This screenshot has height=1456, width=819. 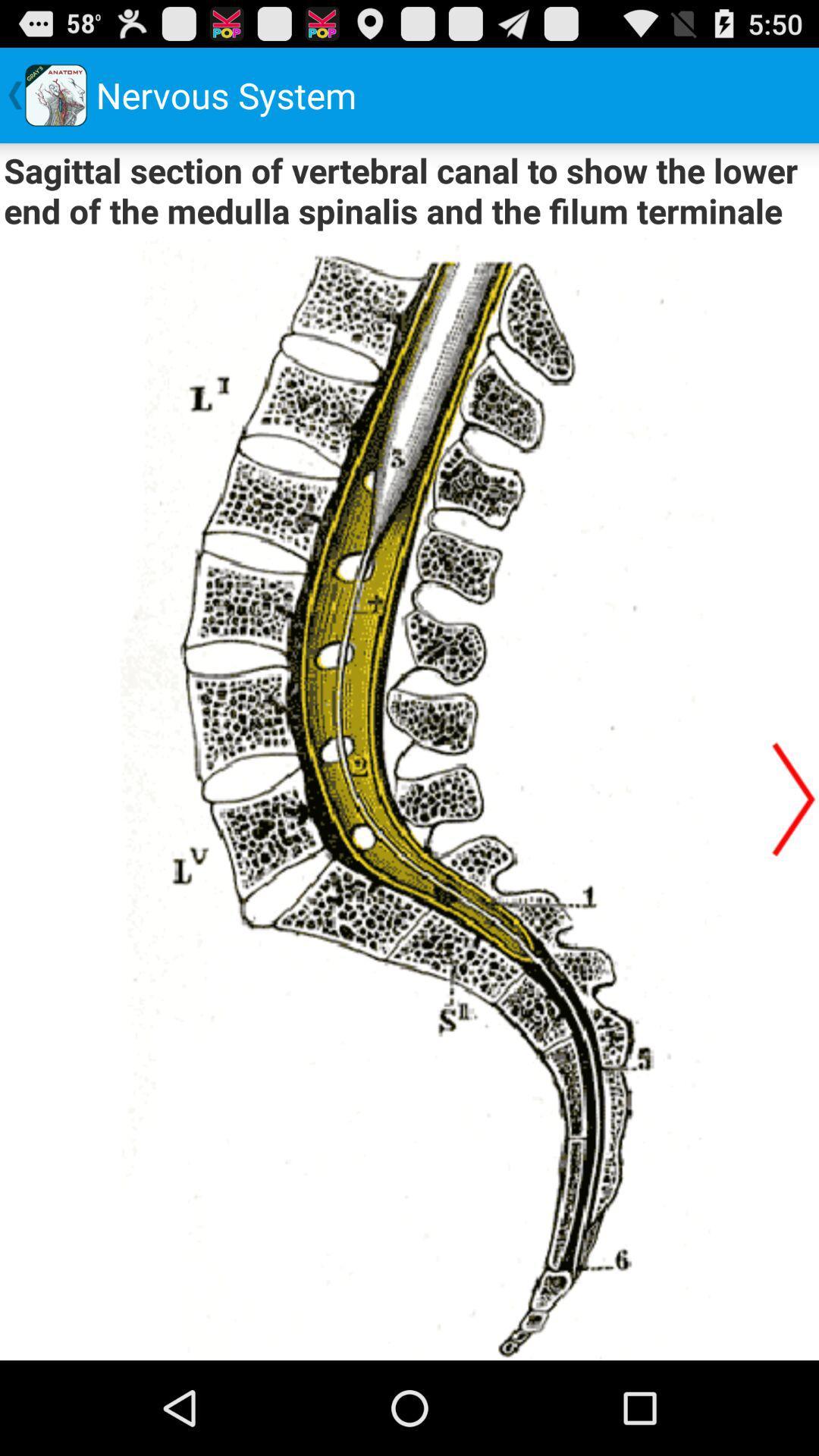 I want to click on next item, so click(x=792, y=798).